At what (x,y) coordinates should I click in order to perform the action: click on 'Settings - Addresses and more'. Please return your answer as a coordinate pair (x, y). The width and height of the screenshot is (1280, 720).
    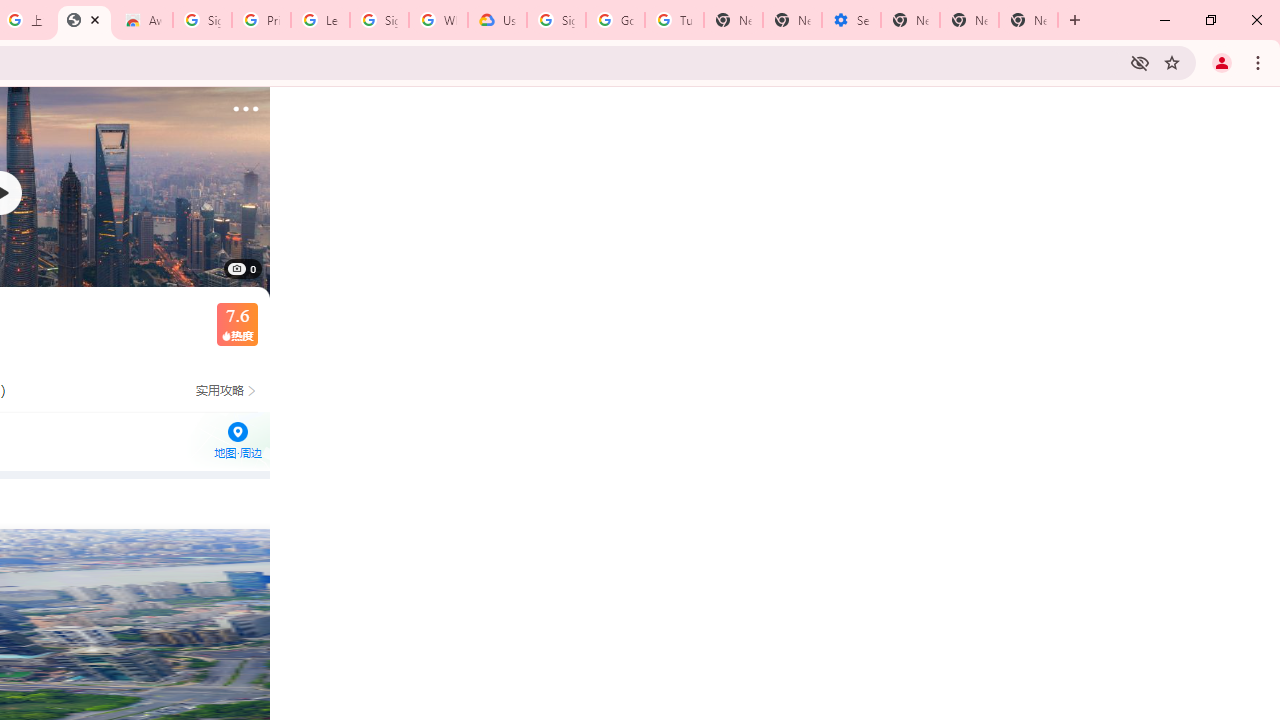
    Looking at the image, I should click on (851, 20).